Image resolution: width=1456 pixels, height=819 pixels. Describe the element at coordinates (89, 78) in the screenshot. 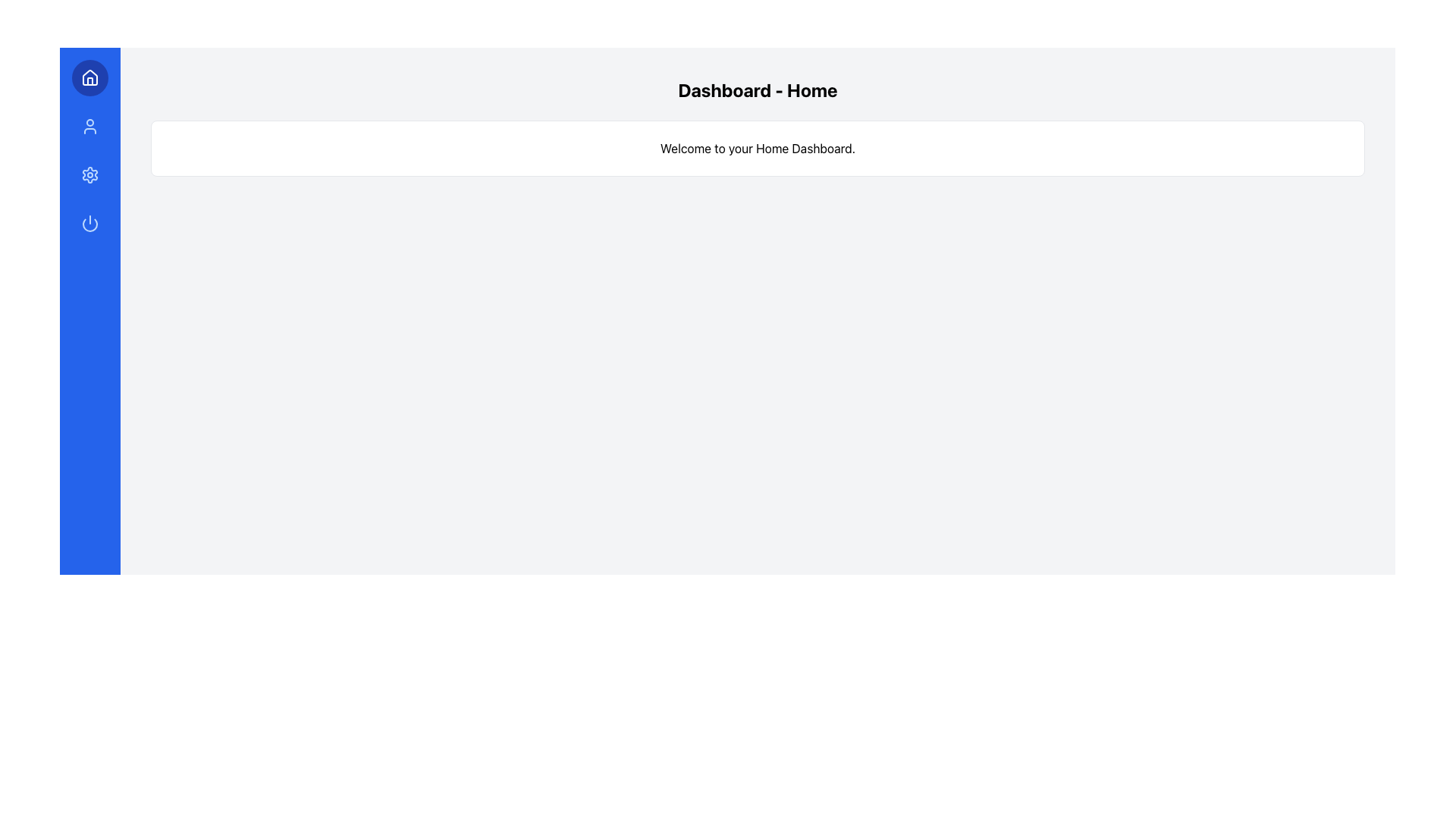

I see `the 'Home' button icon located in the left blue sidebar, which is the first in a vertically aligned set of navigation icons` at that location.